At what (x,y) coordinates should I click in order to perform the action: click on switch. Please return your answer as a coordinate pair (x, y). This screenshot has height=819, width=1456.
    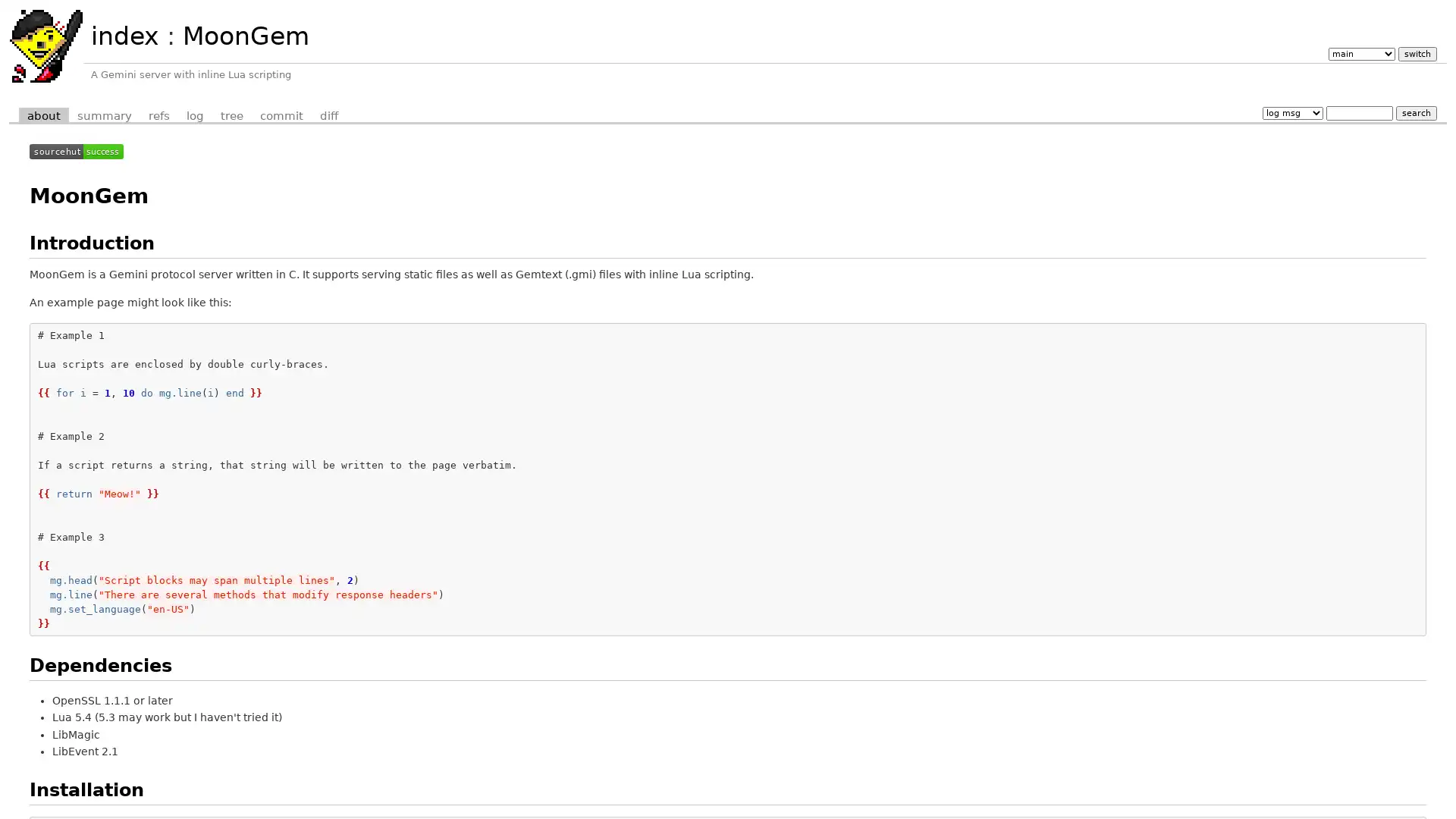
    Looking at the image, I should click on (1416, 52).